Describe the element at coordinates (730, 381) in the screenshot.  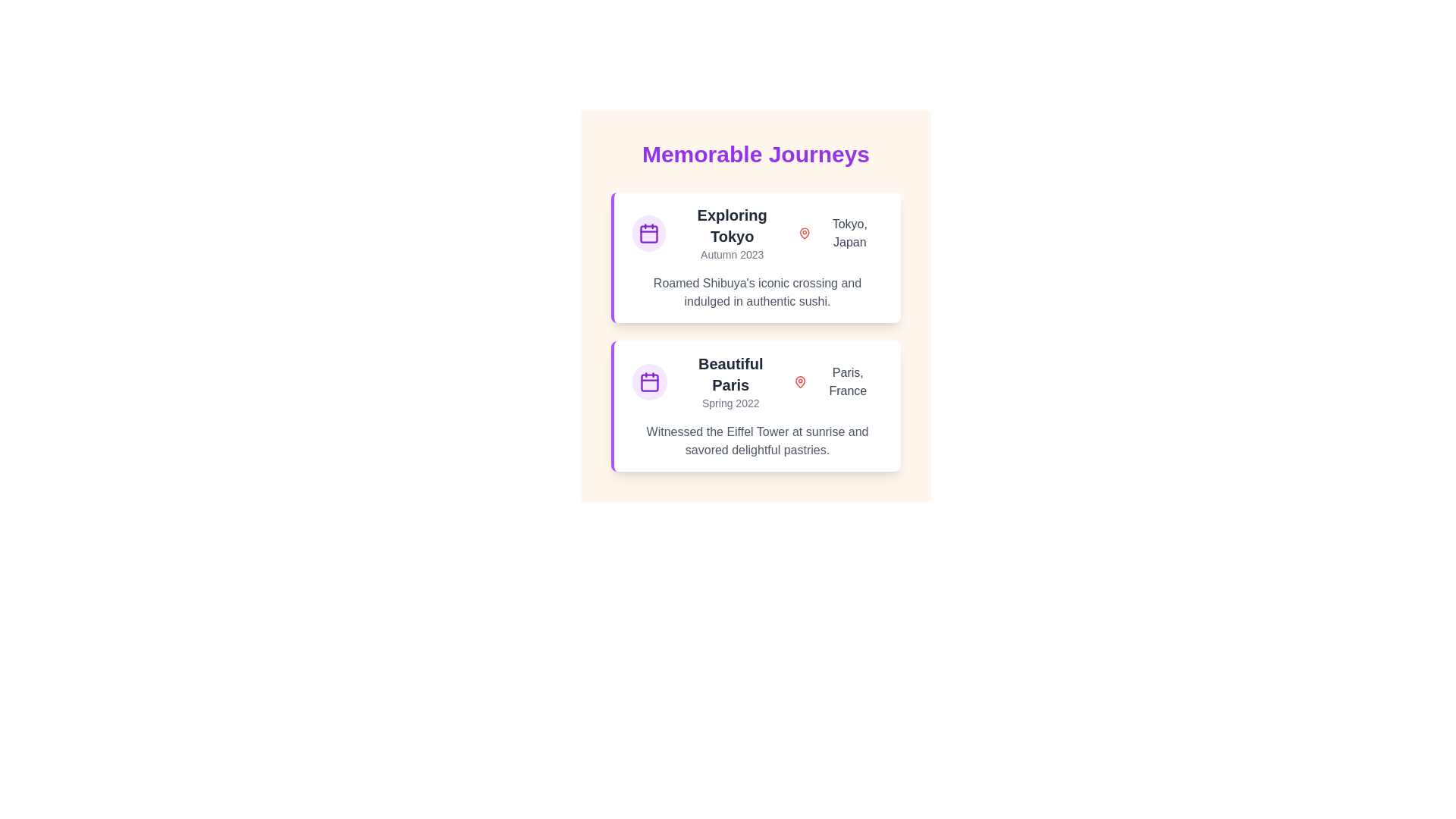
I see `the static text element that displays the title 'Beautiful Paris' and the time period 'Spring 2022', located in the center-right area of the second card under 'Memorable Journeys'` at that location.